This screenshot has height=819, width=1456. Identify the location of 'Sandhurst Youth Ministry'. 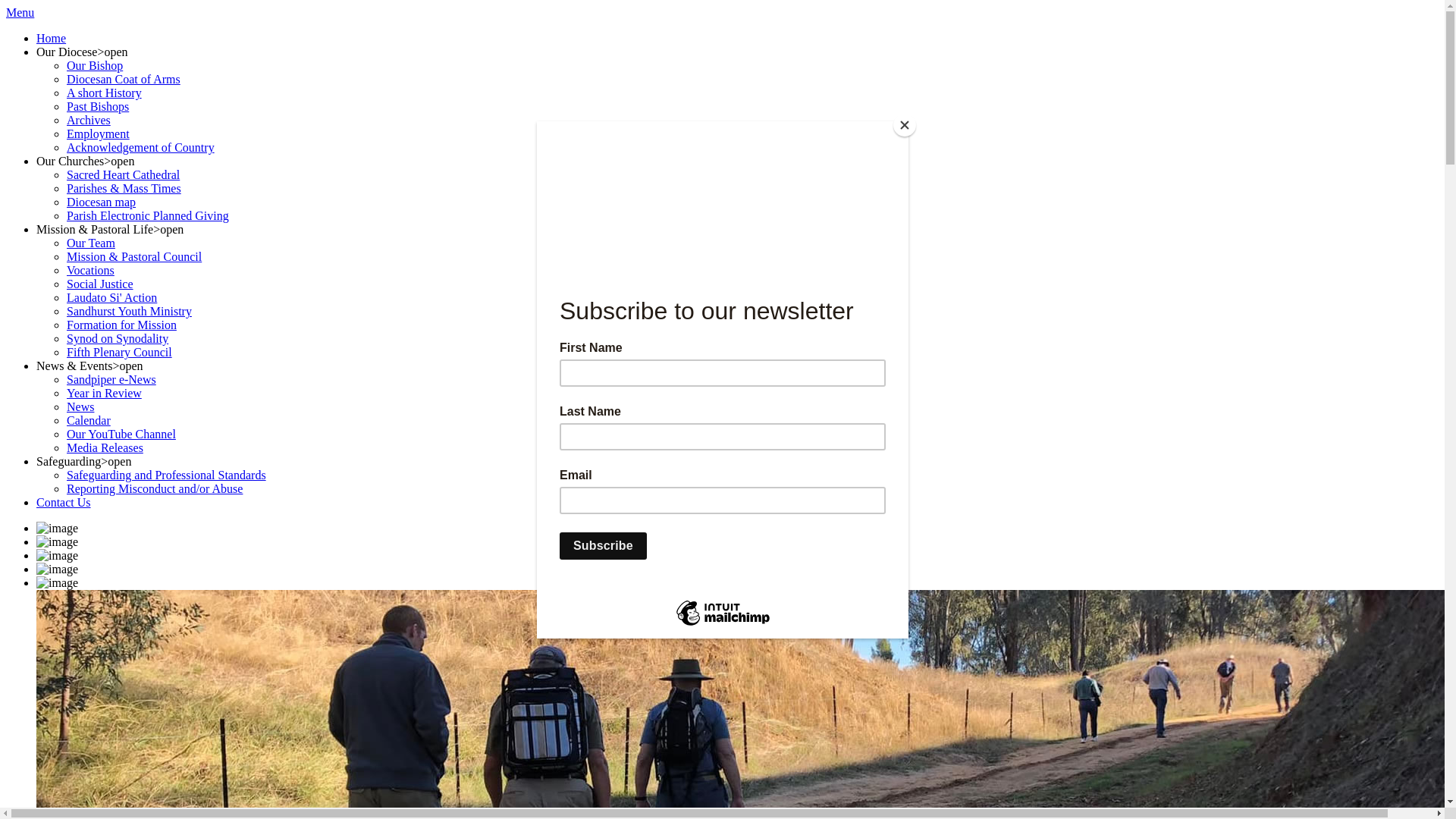
(129, 310).